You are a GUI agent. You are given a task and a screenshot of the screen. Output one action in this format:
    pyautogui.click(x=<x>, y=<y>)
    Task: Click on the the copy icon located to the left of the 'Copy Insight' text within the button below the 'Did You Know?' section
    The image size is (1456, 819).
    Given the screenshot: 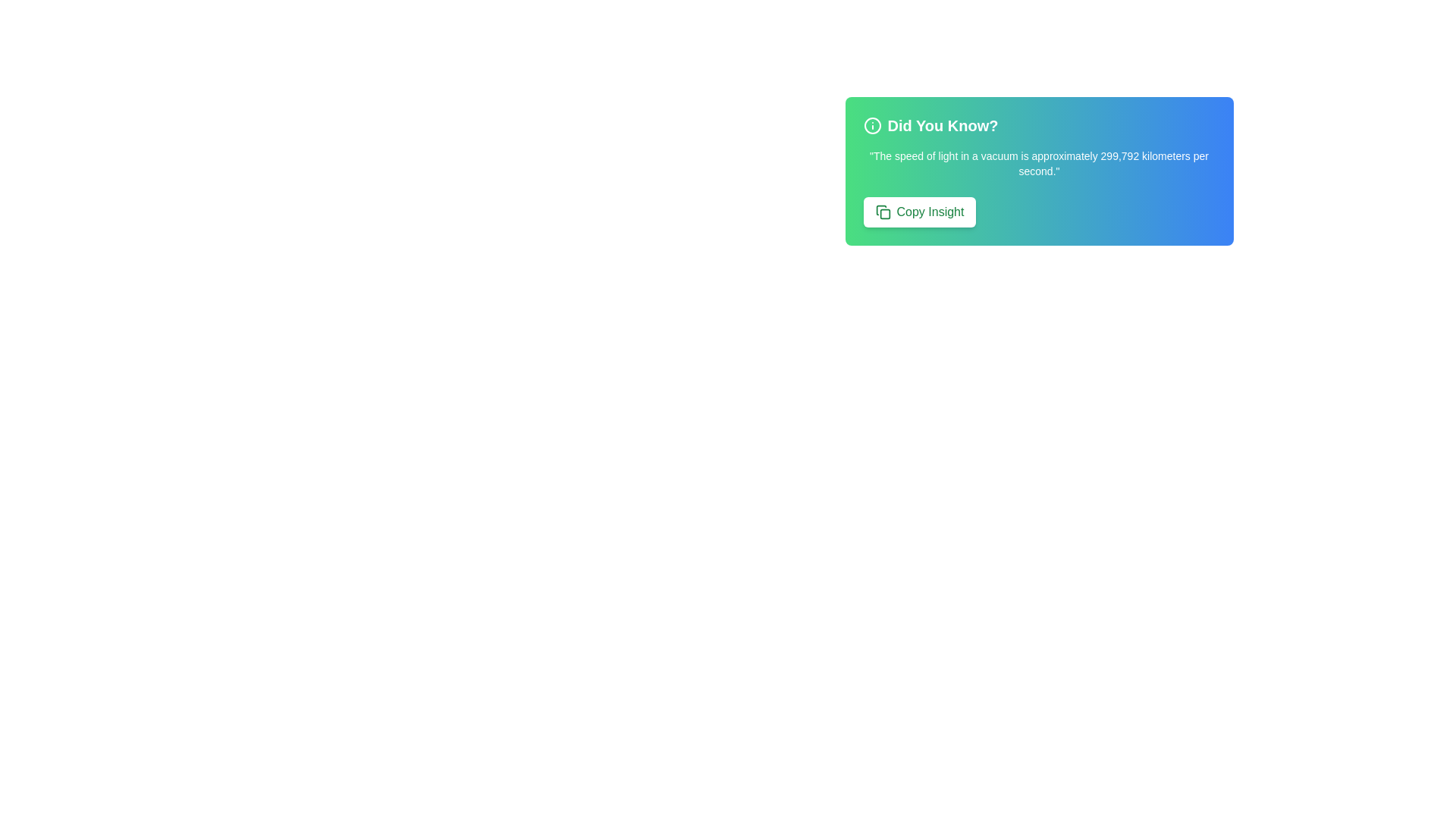 What is the action you would take?
    pyautogui.click(x=883, y=212)
    